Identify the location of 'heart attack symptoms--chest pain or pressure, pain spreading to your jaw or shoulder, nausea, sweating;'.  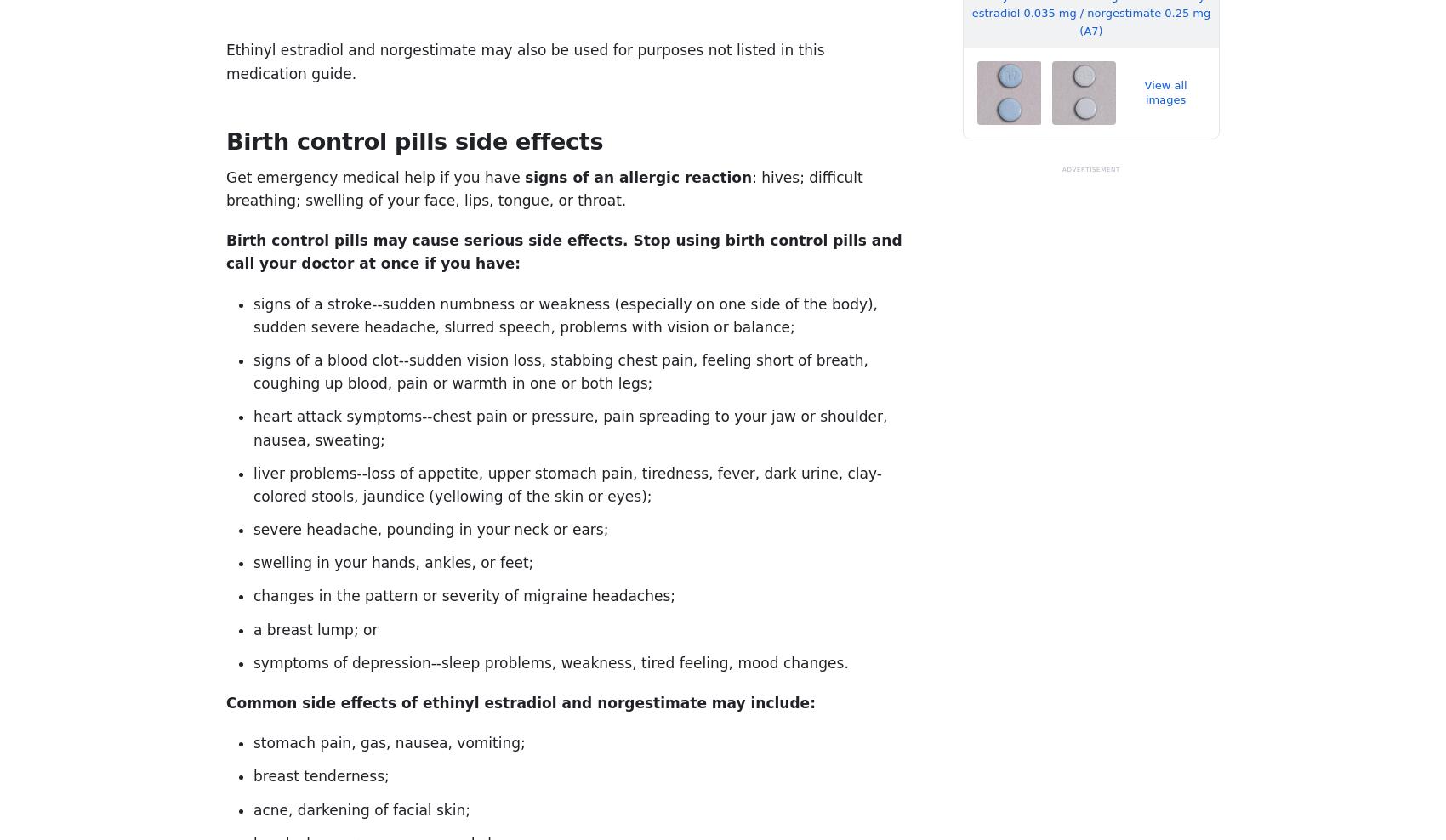
(570, 427).